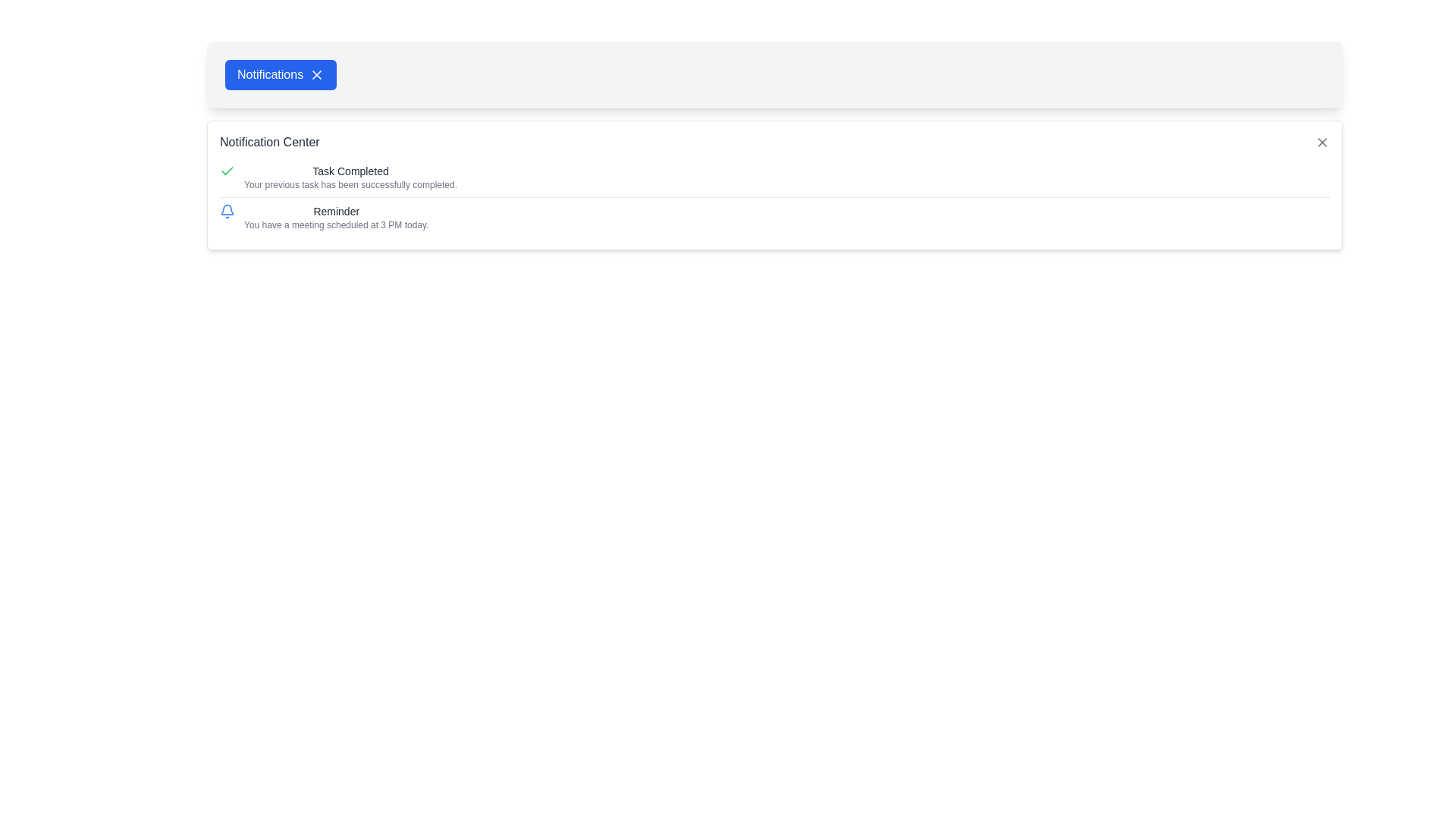 Image resolution: width=1456 pixels, height=819 pixels. I want to click on the text display notification titled 'Task Completed' which indicates that the previous task has been successfully completed, so click(350, 177).